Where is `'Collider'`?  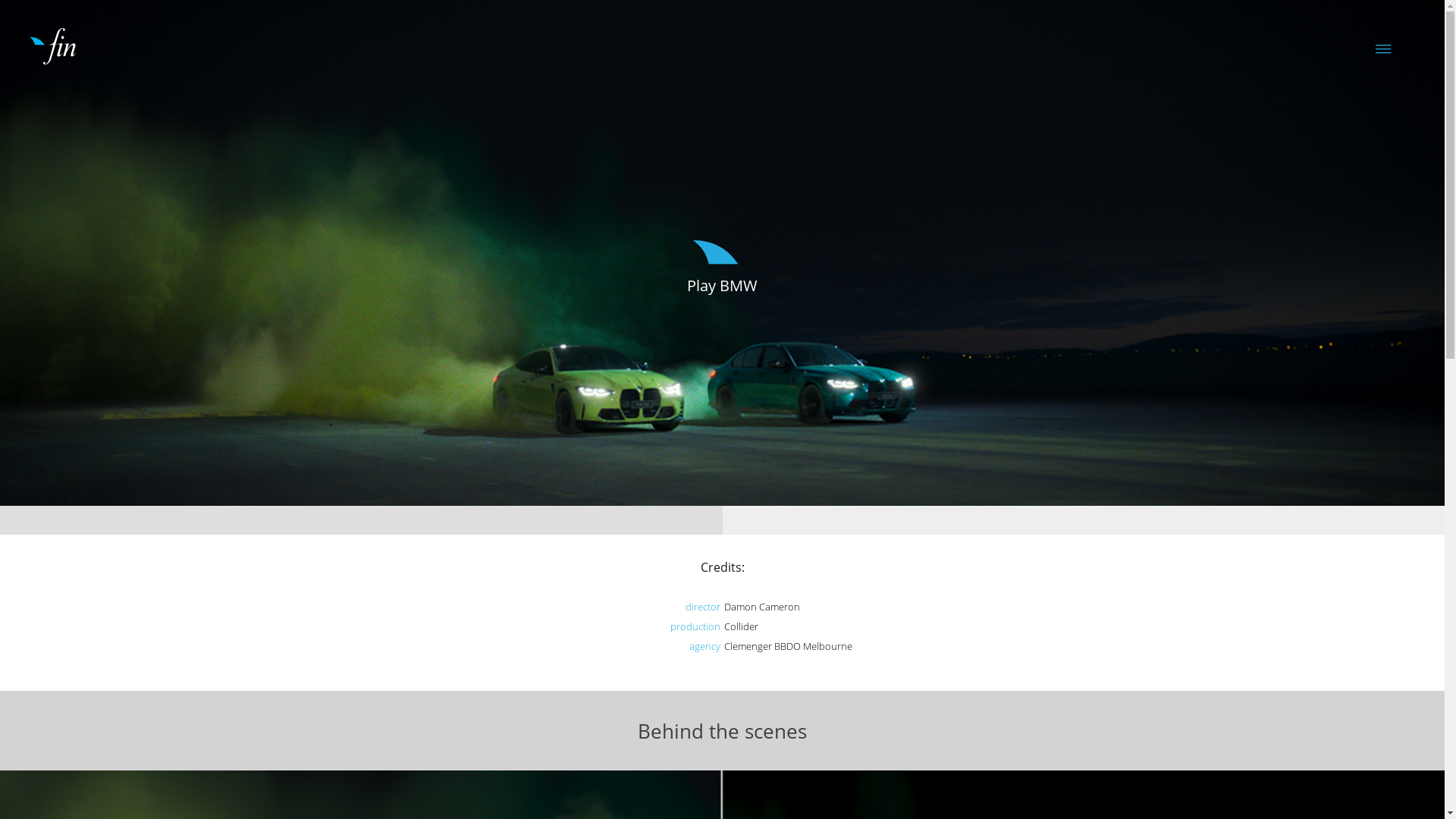
'Collider' is located at coordinates (740, 626).